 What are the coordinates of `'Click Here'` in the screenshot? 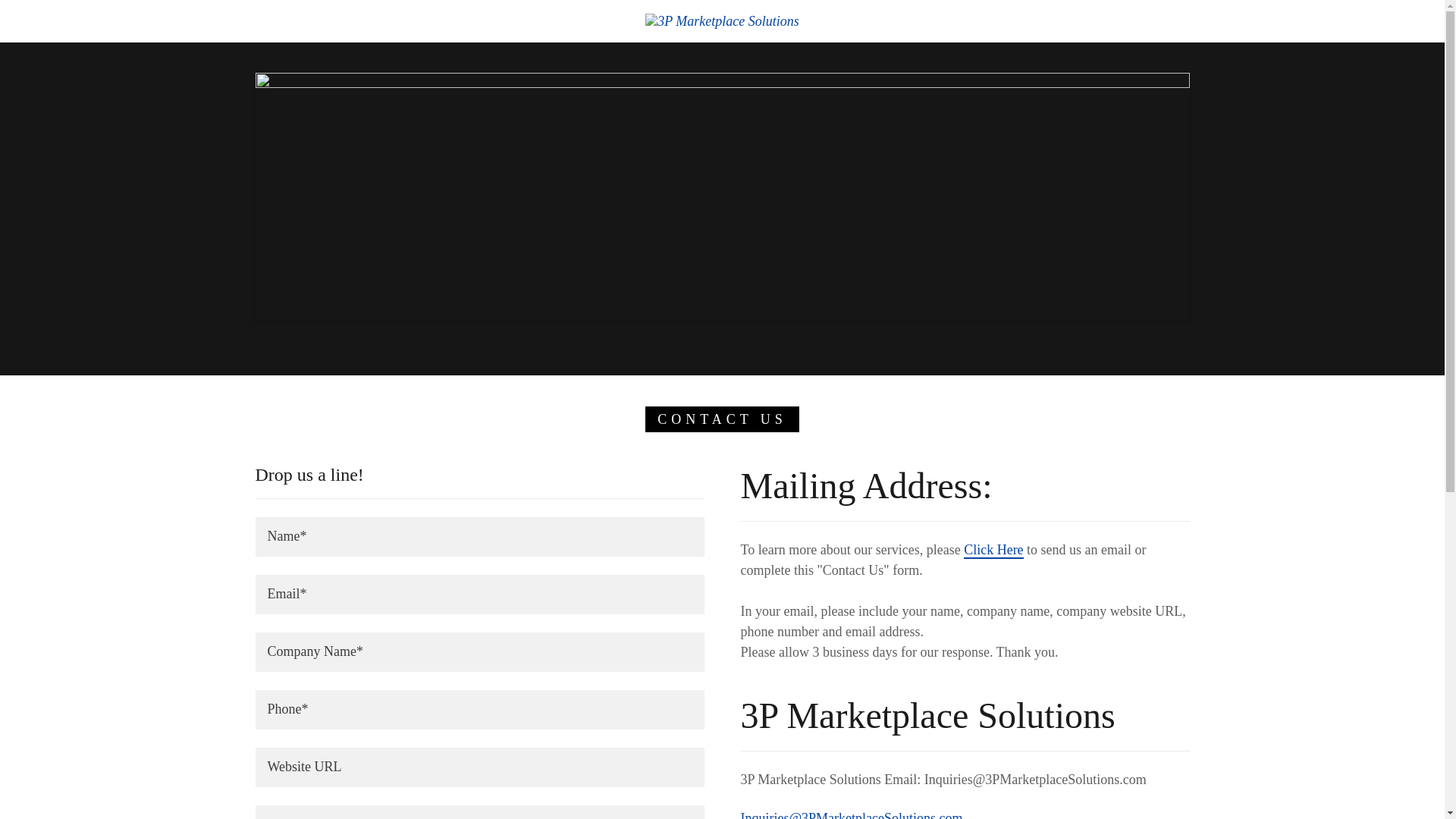 It's located at (993, 550).